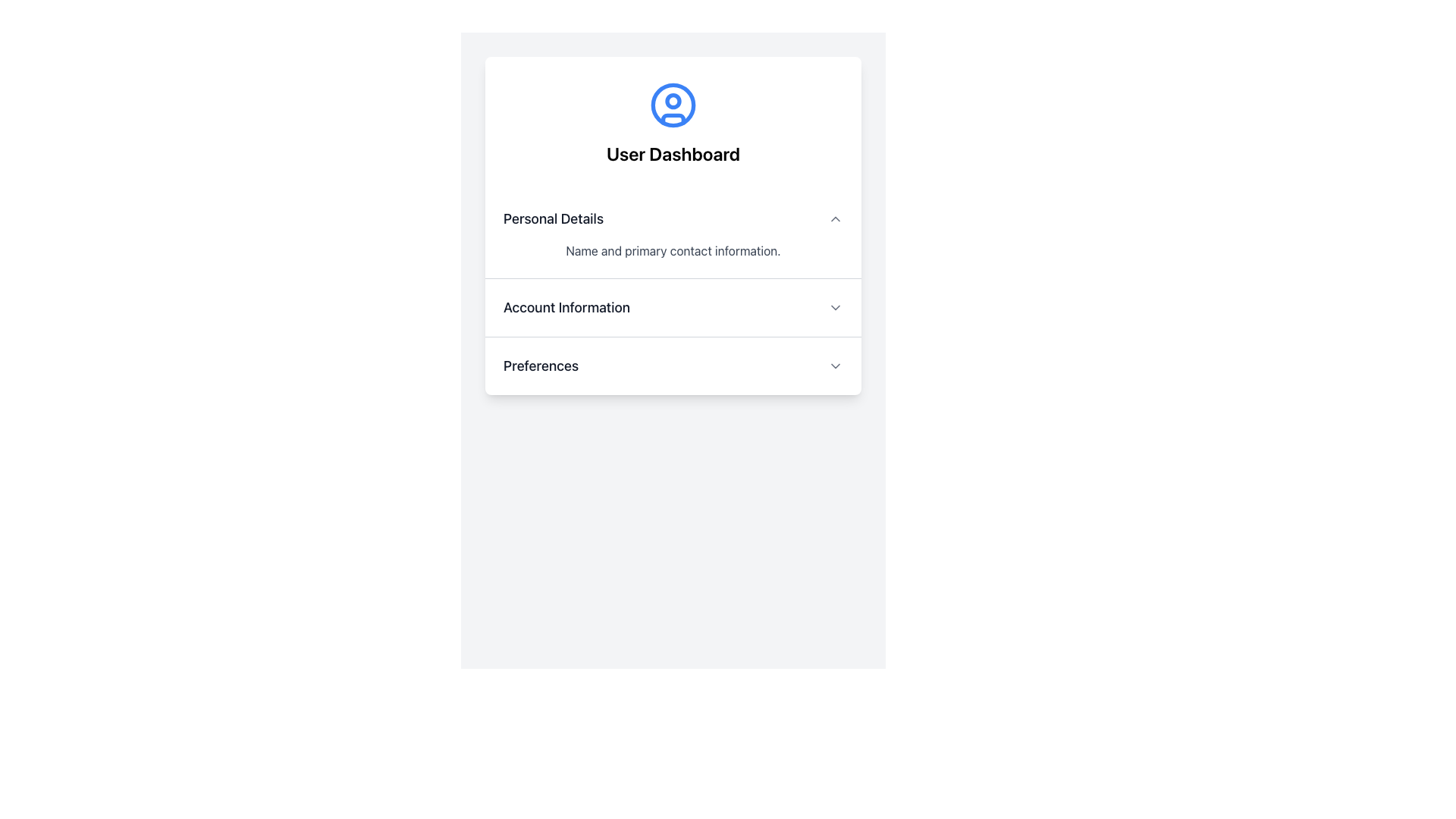 Image resolution: width=1456 pixels, height=819 pixels. What do you see at coordinates (673, 104) in the screenshot?
I see `the circular boundary of the user icon, which has a blue outline and is located at the top-center of the dashboard card` at bounding box center [673, 104].